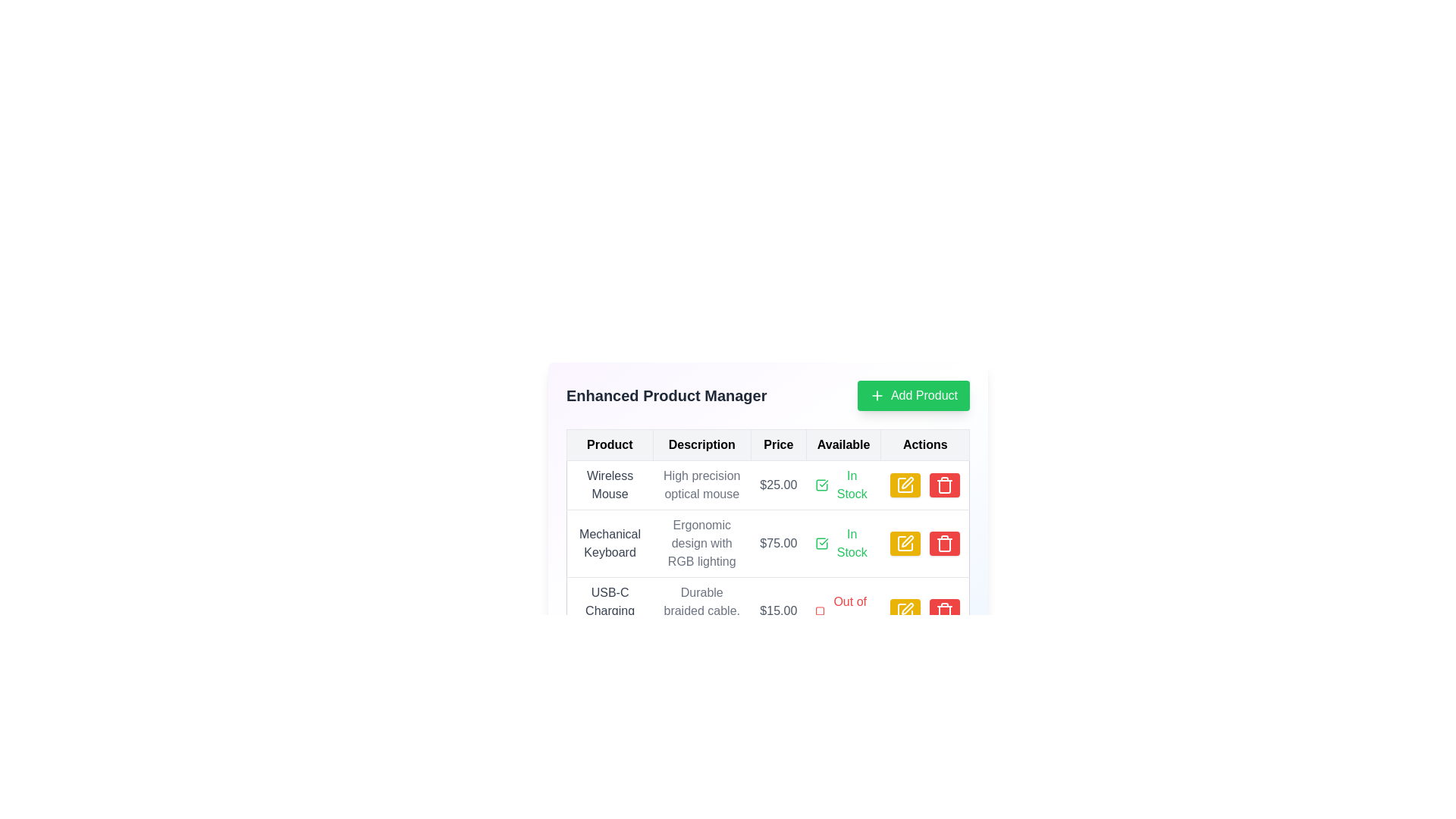 This screenshot has height=819, width=1456. I want to click on the 'Available' column header text in the fourth column of the 'Enhanced Product Manager' table, which is bold and centered in its rectangular cell, so click(843, 444).